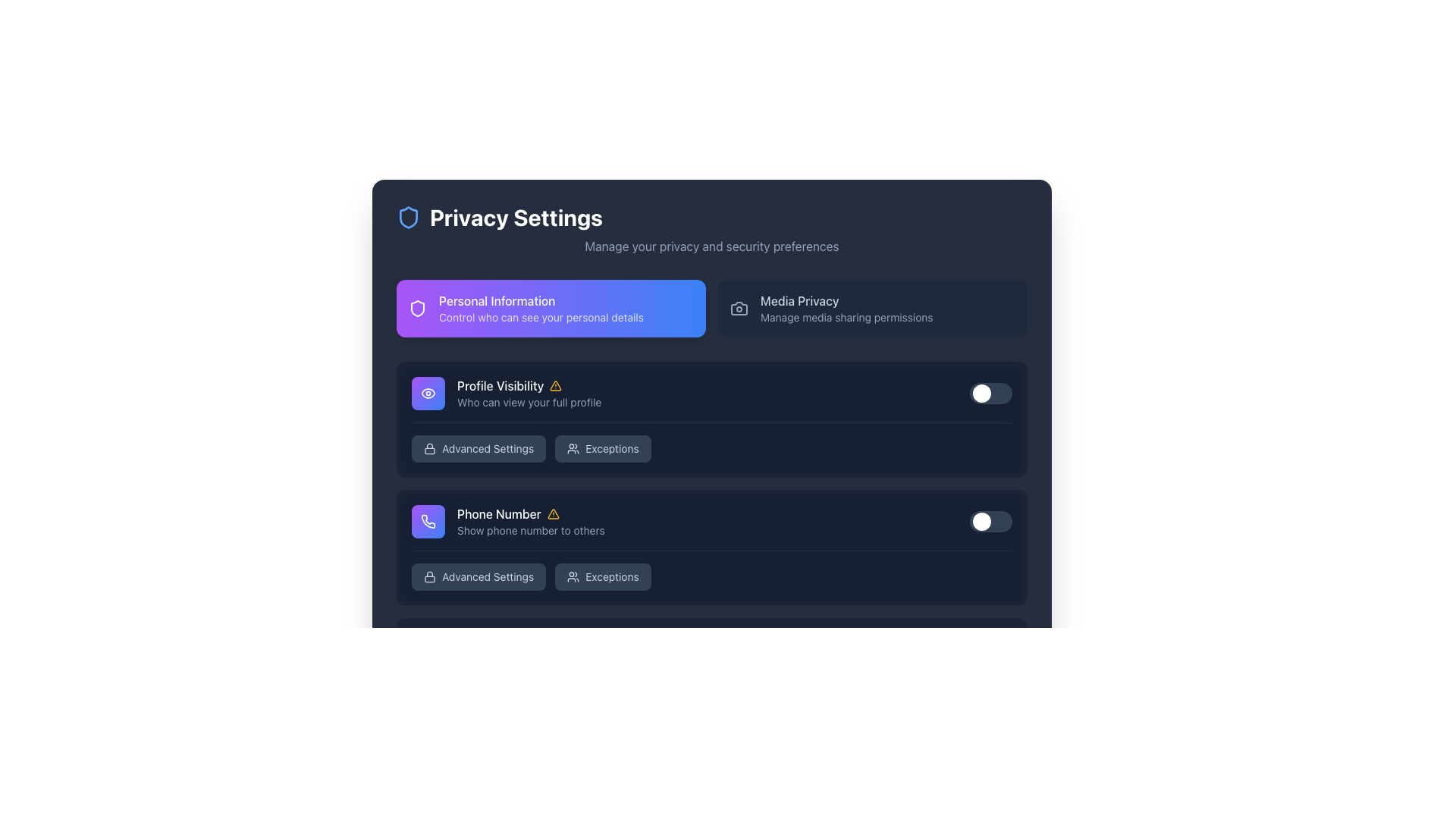  What do you see at coordinates (428, 447) in the screenshot?
I see `the padlock icon located to the left of the 'Advanced Settings' label in the 'Privacy Settings' section, which is styled with rounded edges and a light color against a dark blue background` at bounding box center [428, 447].